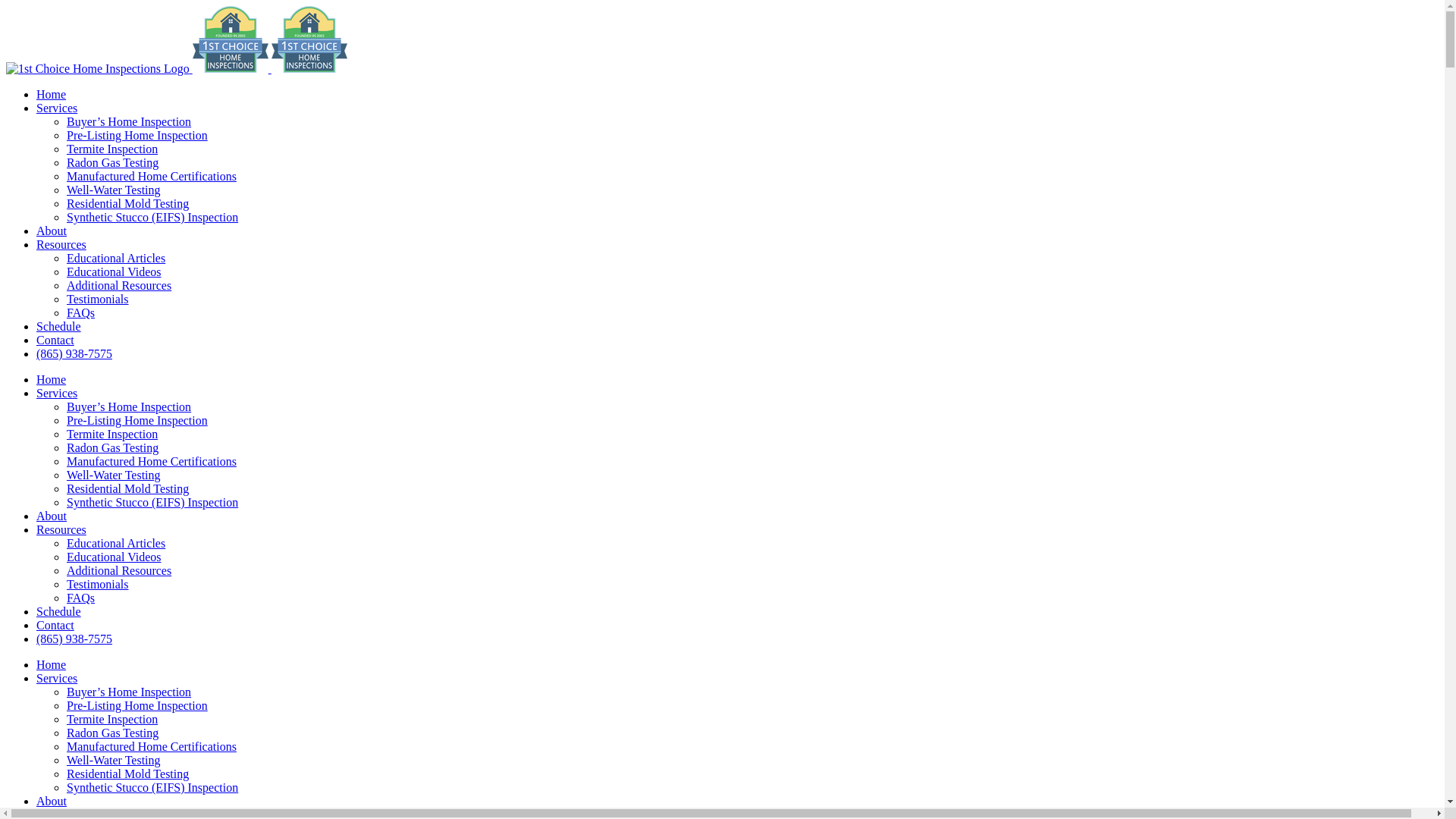 The height and width of the screenshot is (819, 1456). What do you see at coordinates (97, 299) in the screenshot?
I see `'Testimonials'` at bounding box center [97, 299].